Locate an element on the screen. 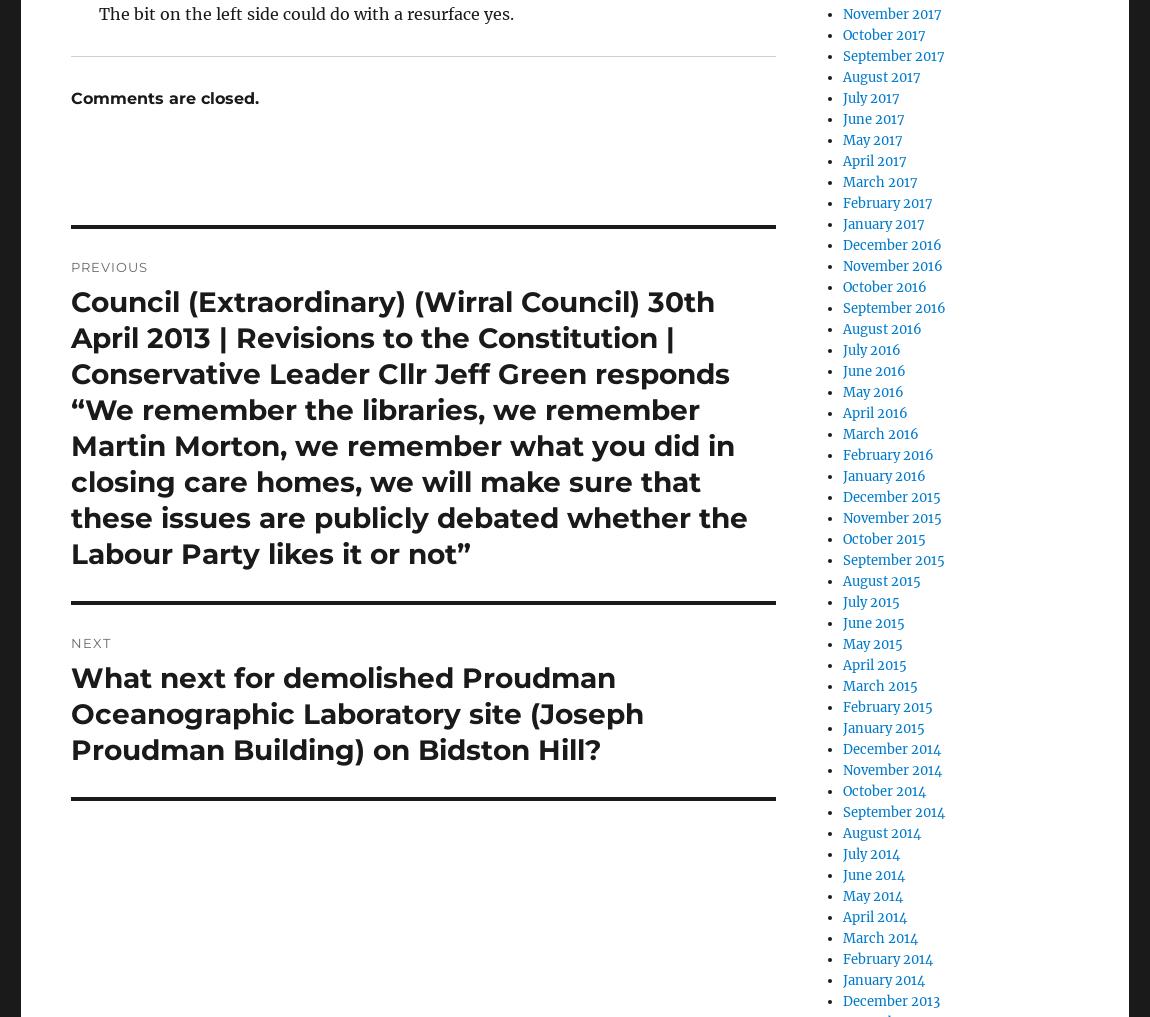 This screenshot has height=1017, width=1150. 'October 2015' is located at coordinates (884, 539).